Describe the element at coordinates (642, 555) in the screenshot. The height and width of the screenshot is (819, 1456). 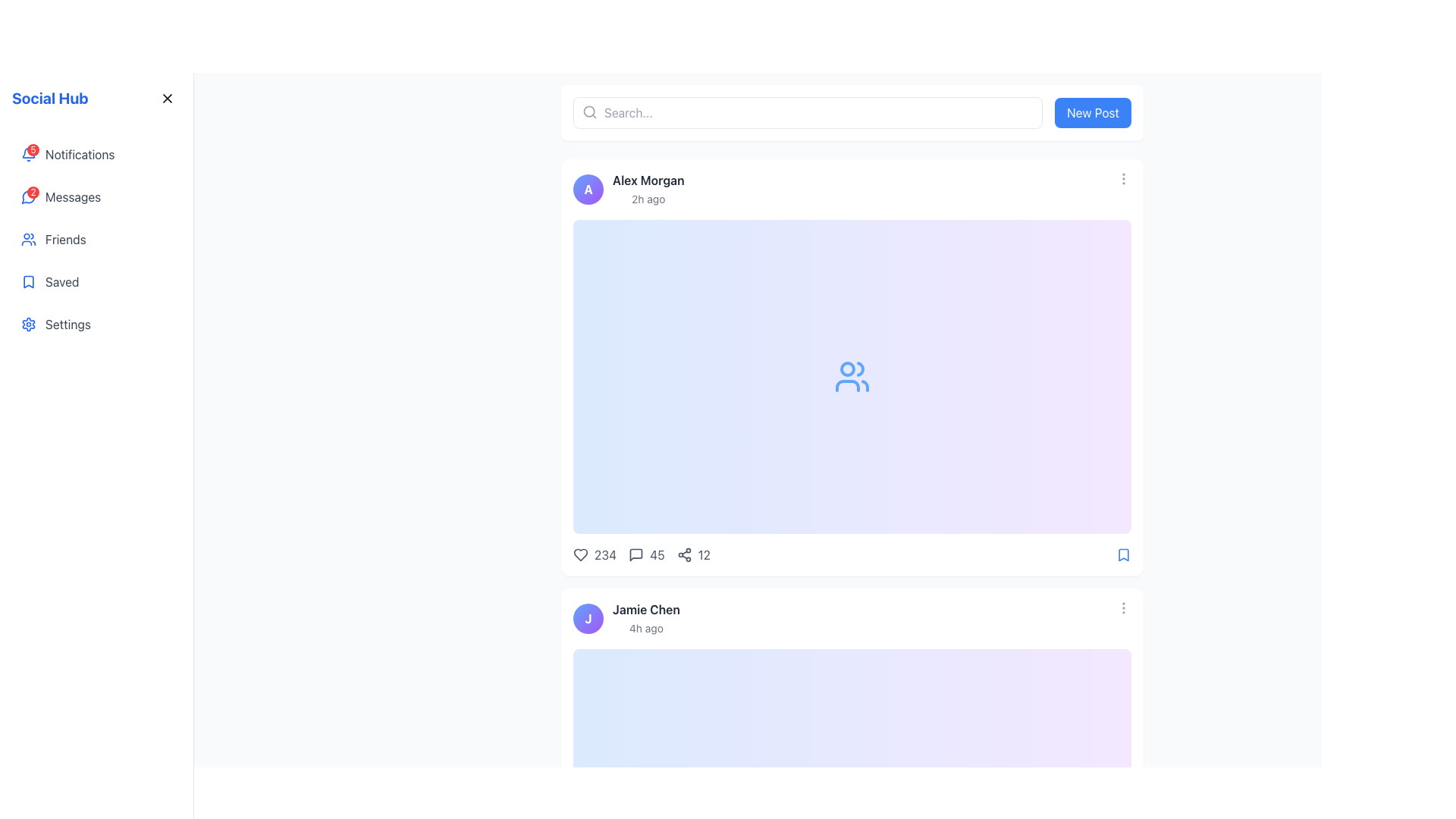
I see `the comments counter displayed adjacent to the speech bubble icon` at that location.